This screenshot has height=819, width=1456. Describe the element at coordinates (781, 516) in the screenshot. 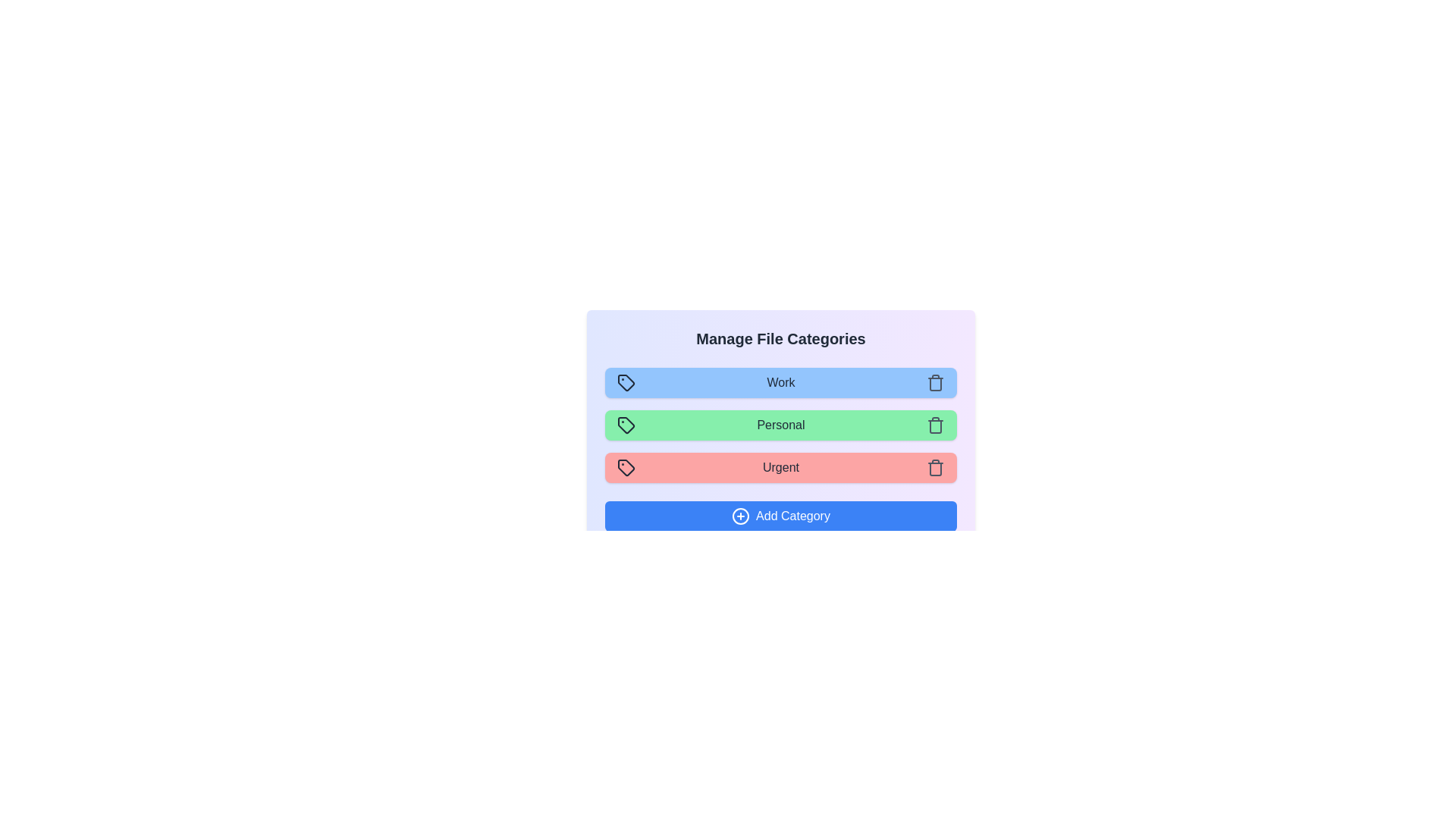

I see `the 'Add Category' button to add a new category` at that location.